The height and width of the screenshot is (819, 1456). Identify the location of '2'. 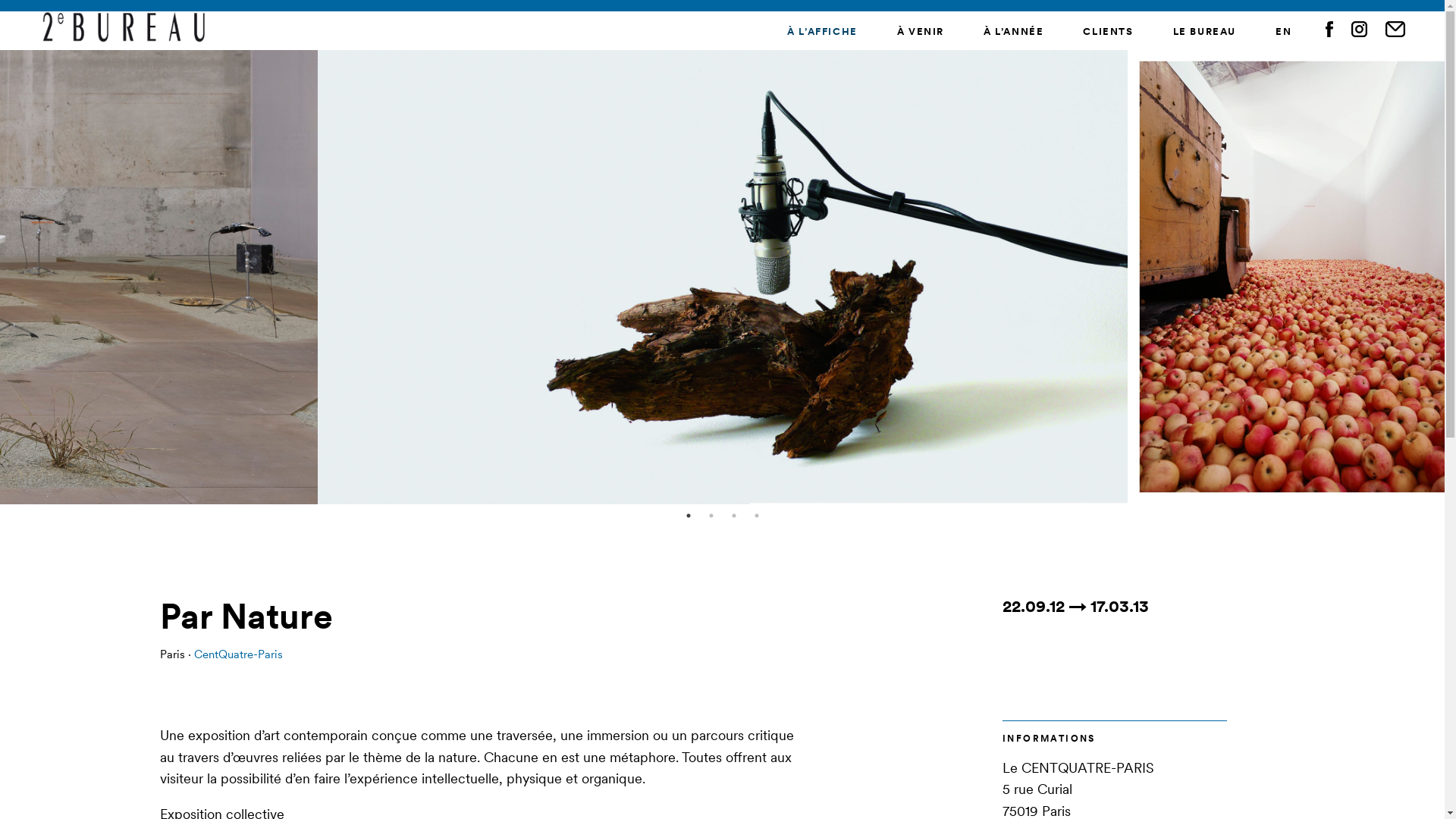
(710, 514).